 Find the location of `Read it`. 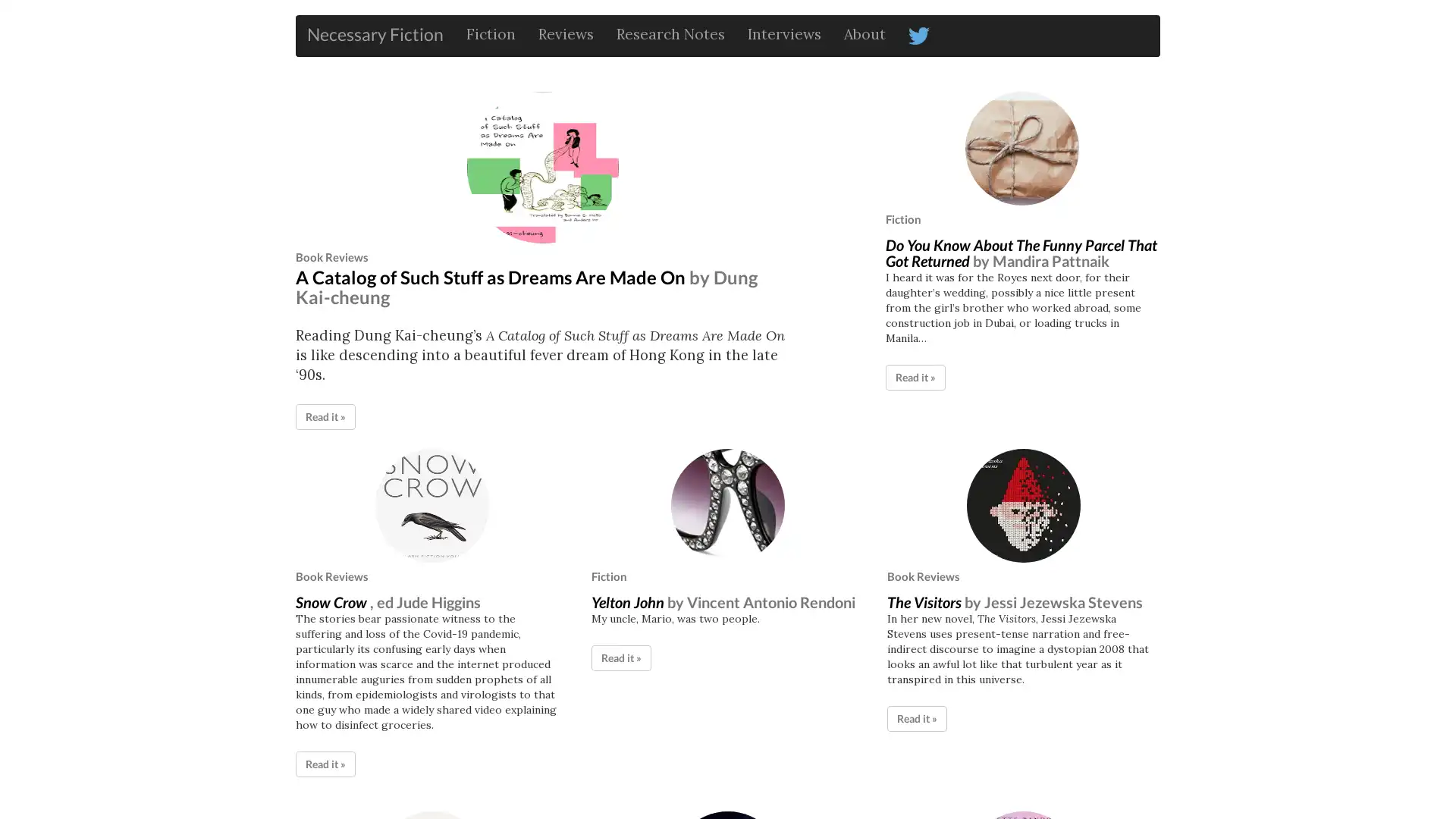

Read it is located at coordinates (325, 416).